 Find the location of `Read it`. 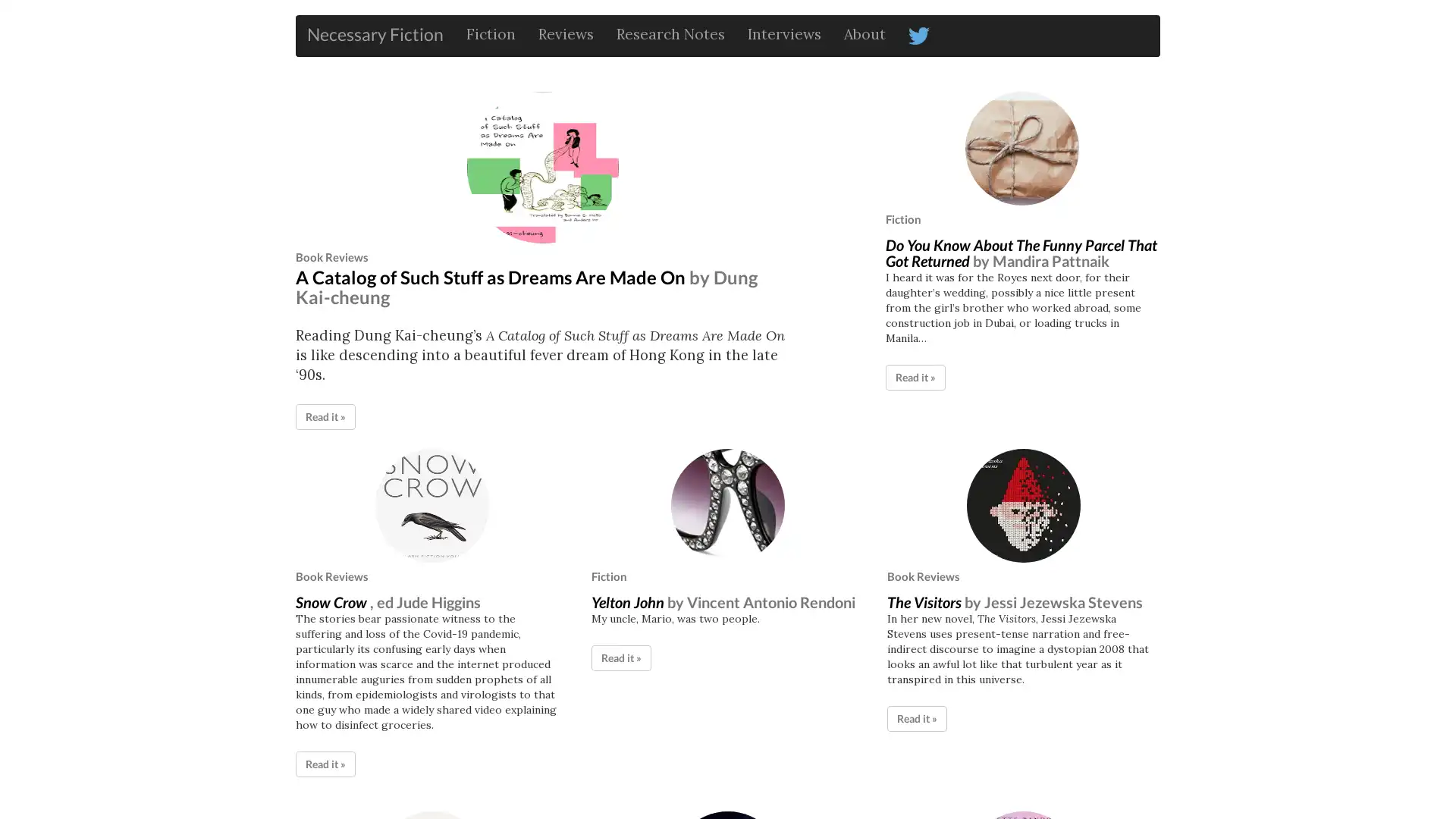

Read it is located at coordinates (325, 416).